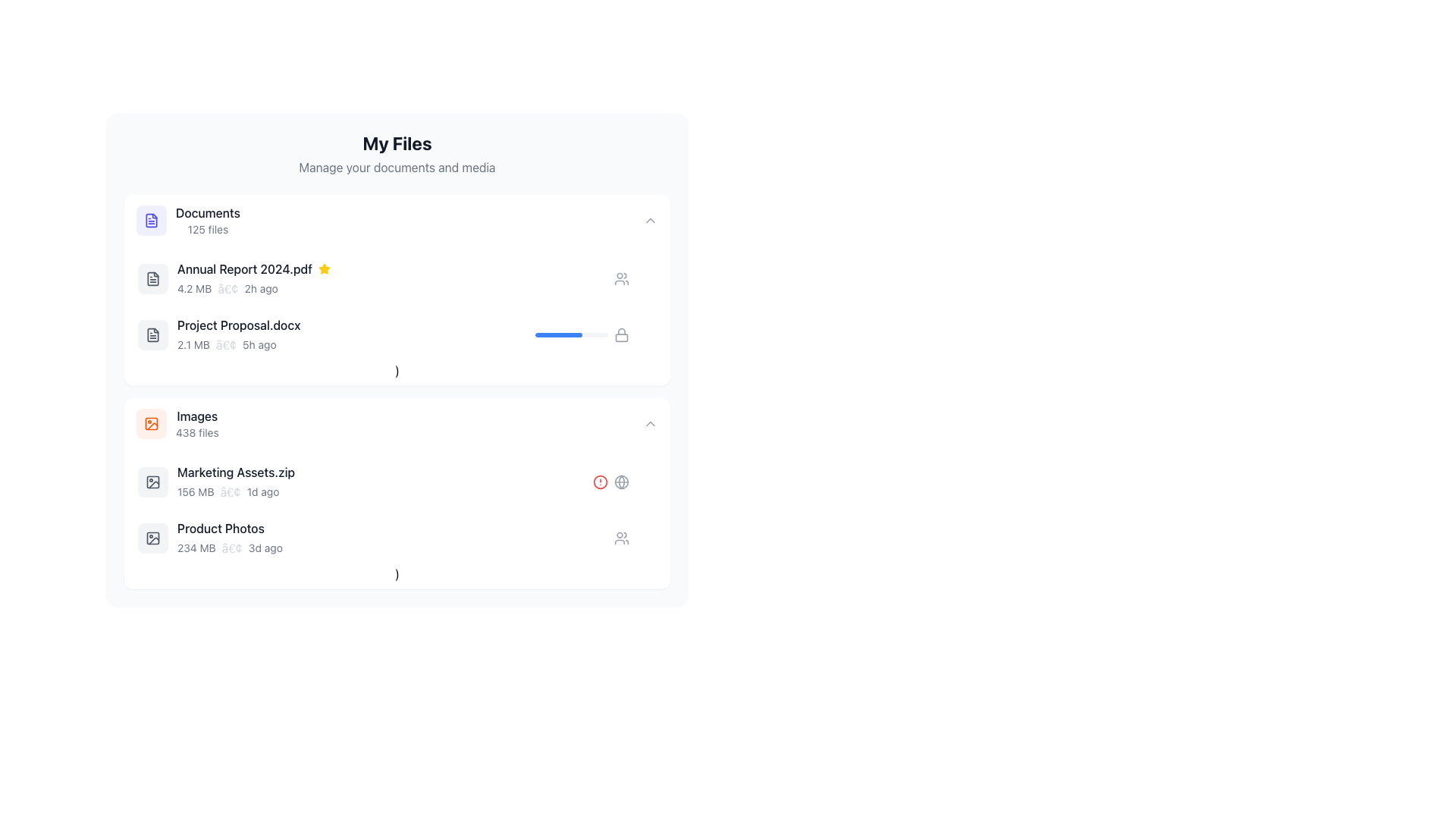 The image size is (1456, 819). What do you see at coordinates (152, 482) in the screenshot?
I see `the square icon with a gray background and a centered pictograph representing an image thumbnail, located to the left of 'Marketing Assets.zip' in the 'Images' section of the file list interface` at bounding box center [152, 482].